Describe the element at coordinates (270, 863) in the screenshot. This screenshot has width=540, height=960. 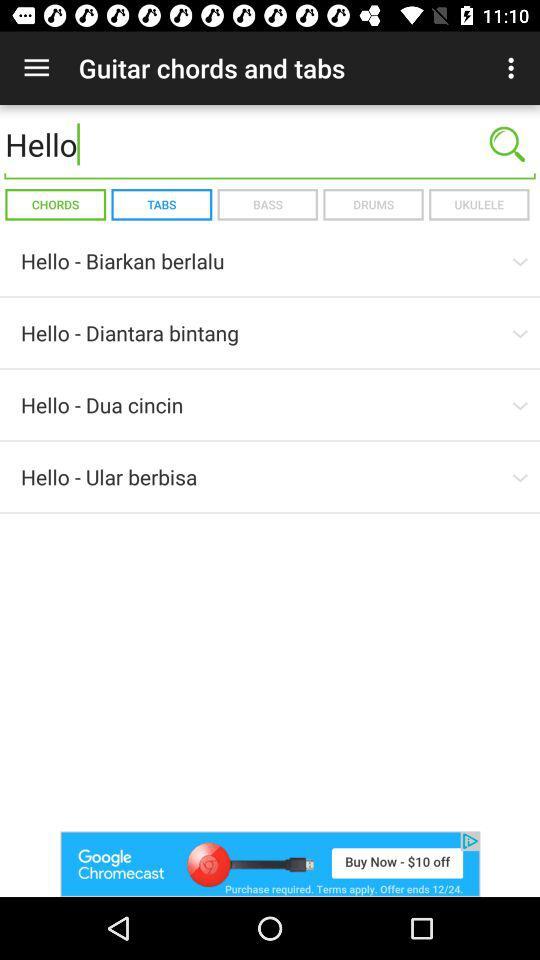
I see `advertisement link` at that location.